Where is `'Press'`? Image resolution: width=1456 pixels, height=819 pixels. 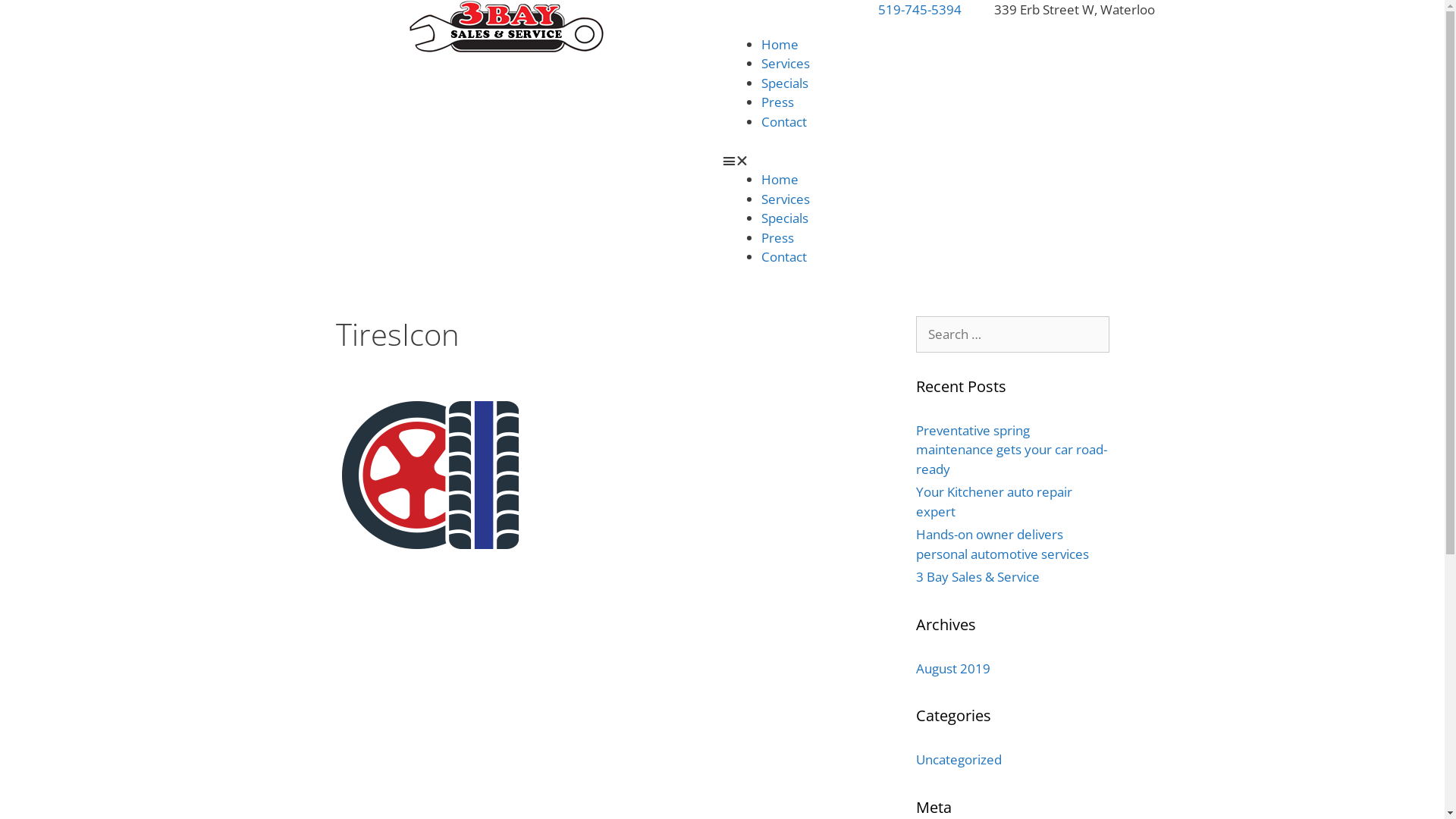
'Press' is located at coordinates (777, 102).